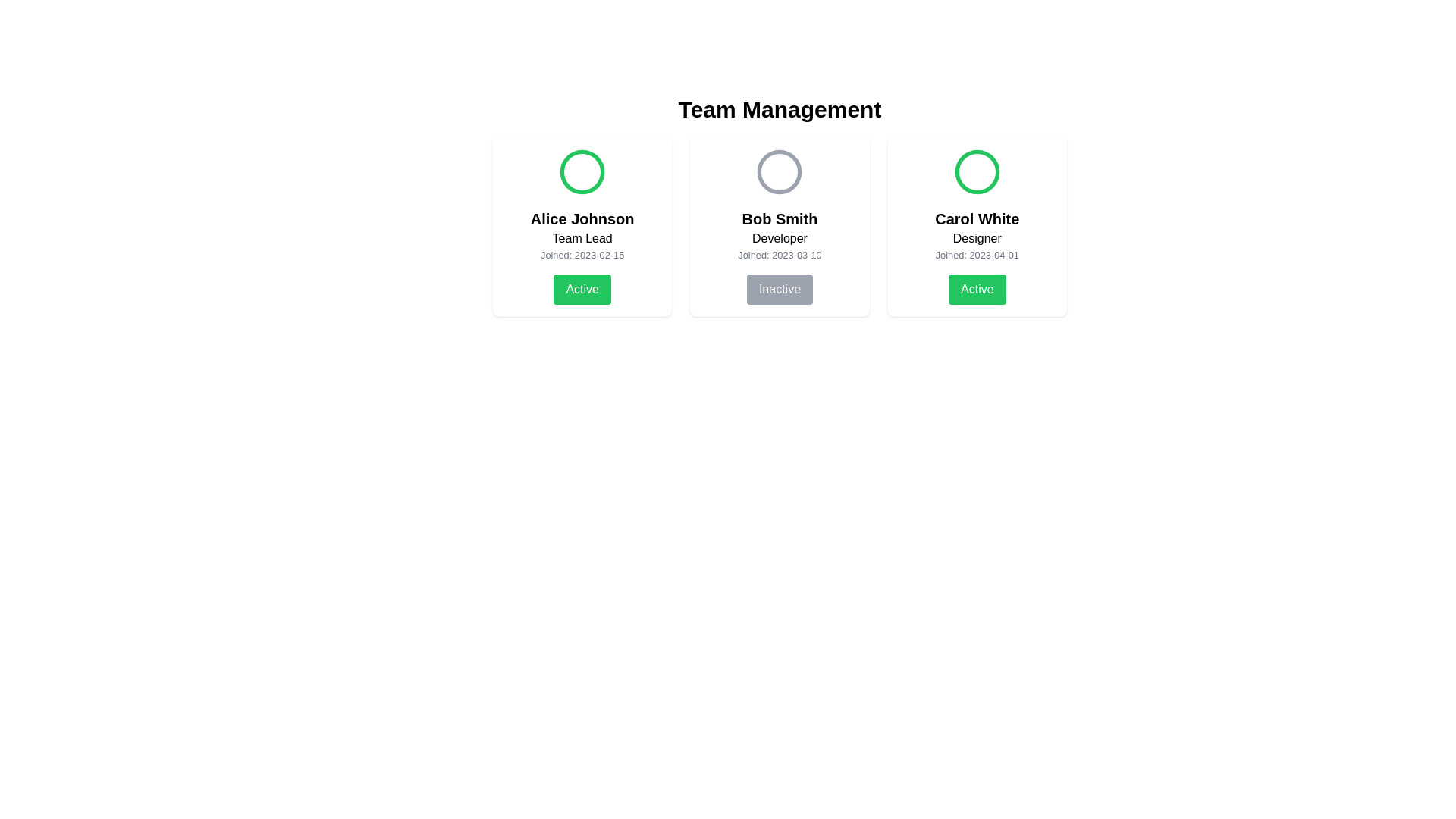 The width and height of the screenshot is (1456, 819). Describe the element at coordinates (780, 254) in the screenshot. I see `the static text indicating the joining date of the person, which is located in the third row of text in the central profile card, directly below 'Developer' and above the 'Inactive' status button` at that location.